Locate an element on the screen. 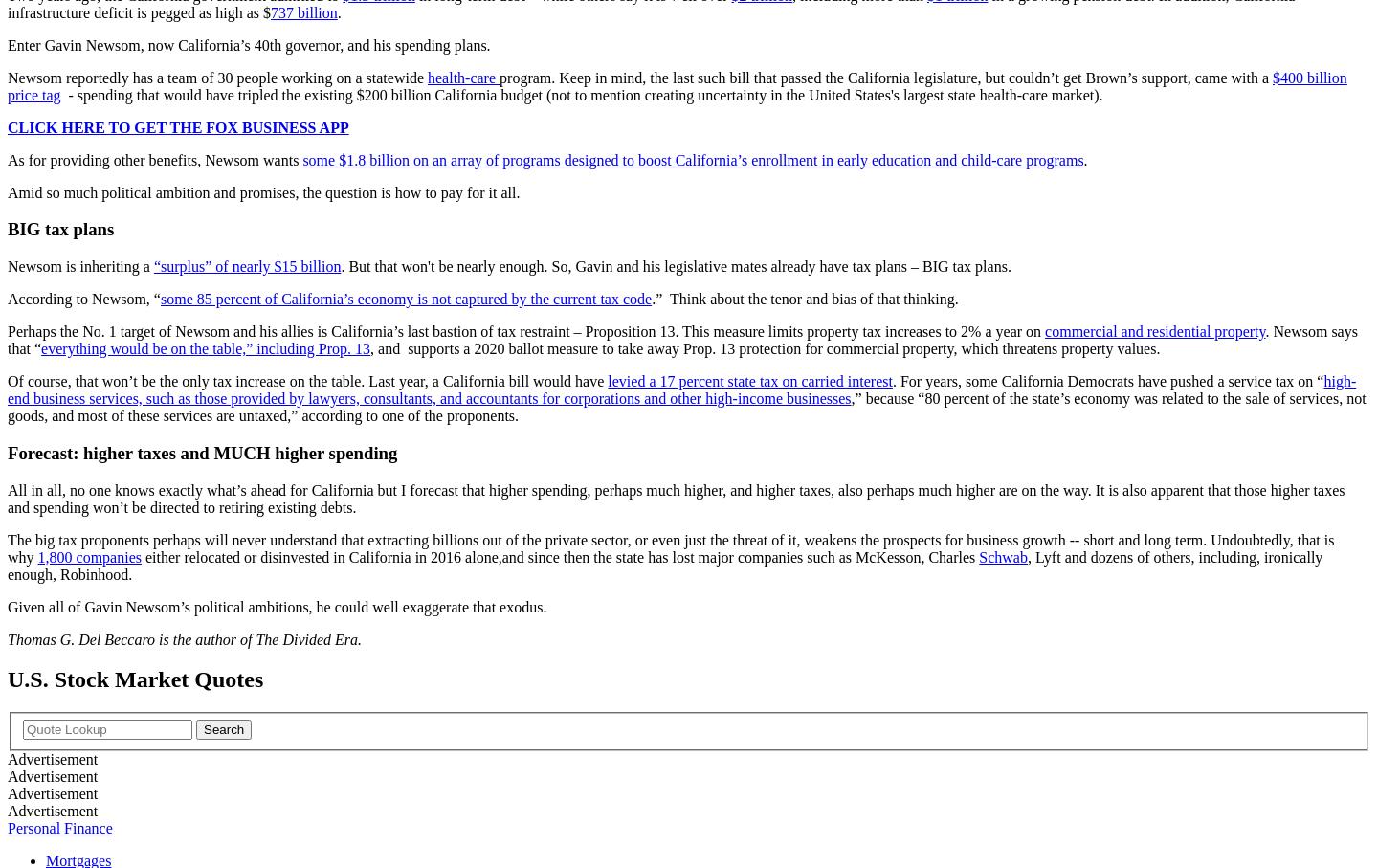  'All in all, no one knows exactly what’s ahead for California but I forecast that higher spending, perhaps much higher, and higher taxes, also perhaps much higher are on the way. It is also apparent that those higher taxes and spending won’t be directed to retiring existing debts.' is located at coordinates (7, 497).